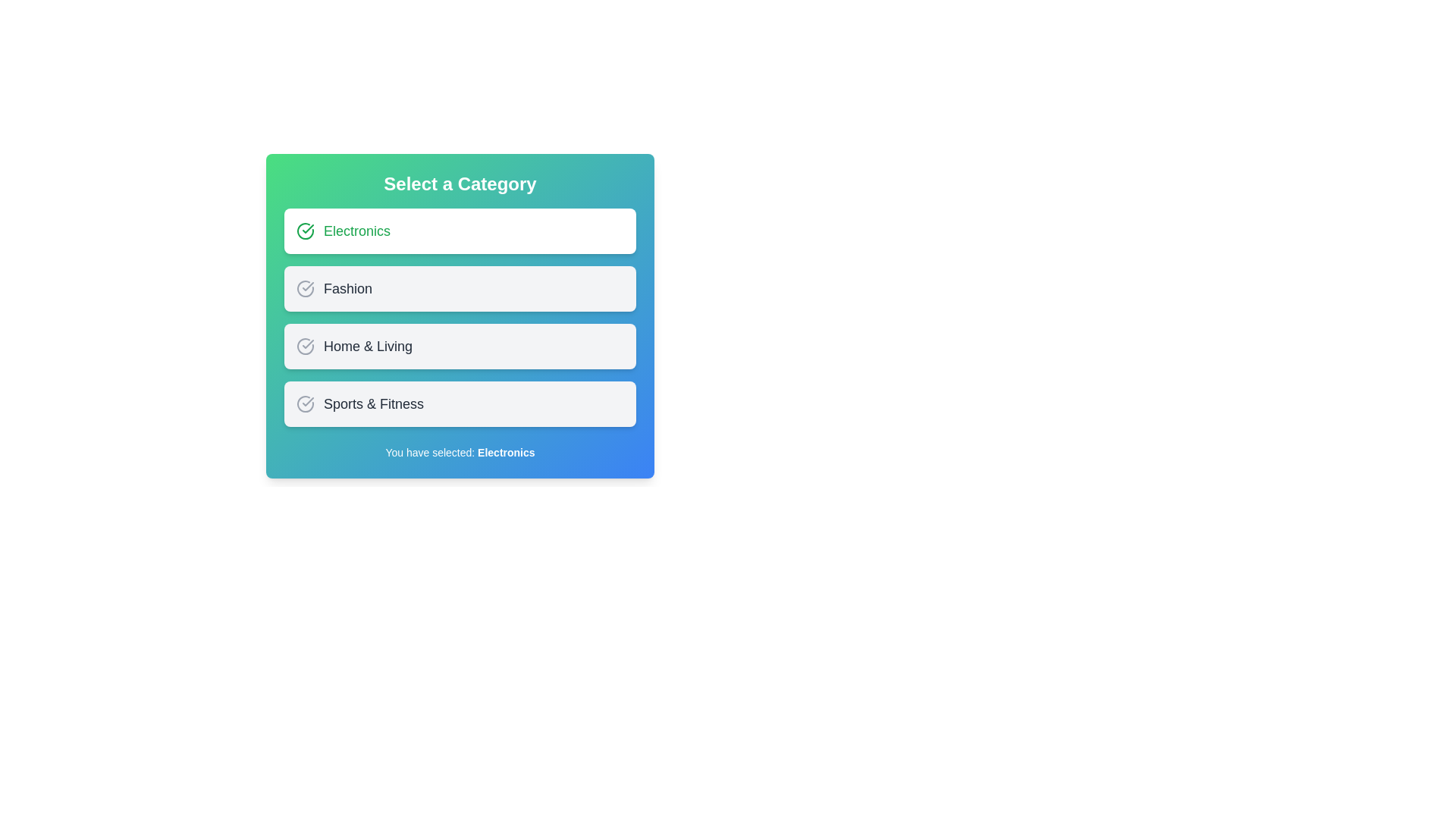 The width and height of the screenshot is (1456, 819). Describe the element at coordinates (368, 346) in the screenshot. I see `the 'Home & Living' text label, which is part of the third clickable option in the 'Select a Category' section, located between 'Fashion' and 'Sports & Fitness'` at that location.